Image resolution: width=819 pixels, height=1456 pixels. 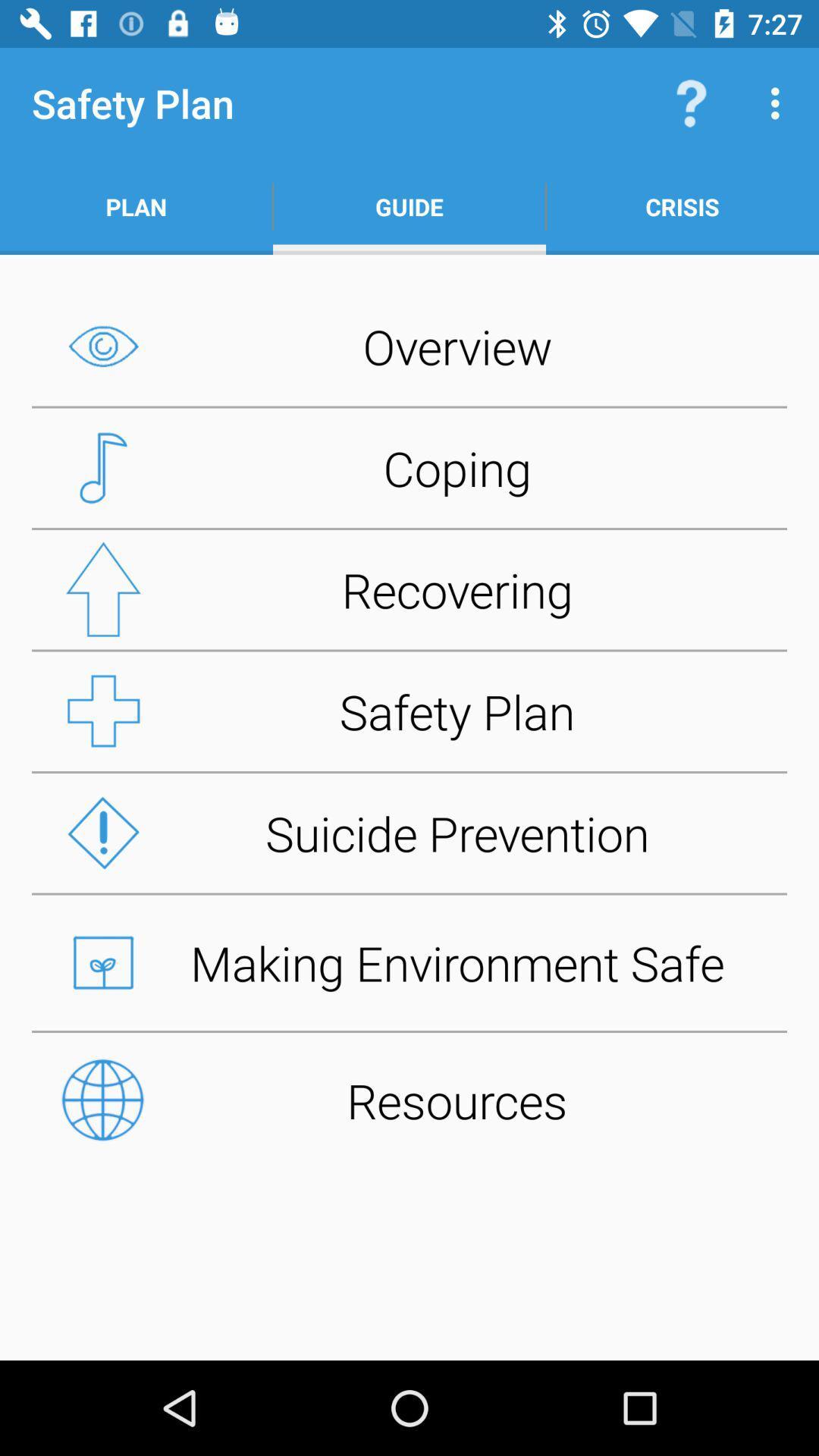 What do you see at coordinates (691, 102) in the screenshot?
I see `item to the right of the guide item` at bounding box center [691, 102].